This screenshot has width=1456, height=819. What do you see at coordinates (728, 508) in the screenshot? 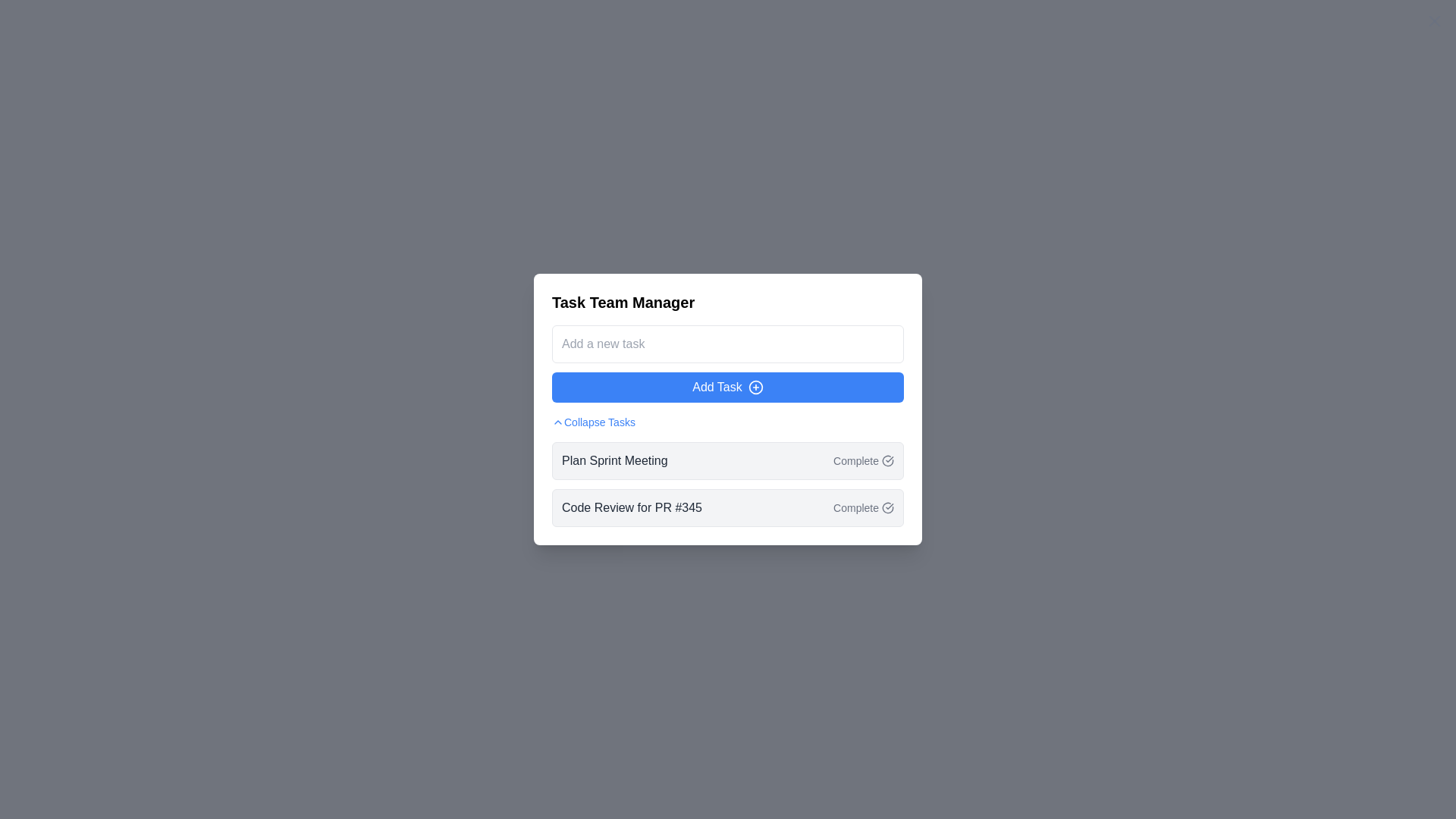
I see `the second task item in the to-do list, which is located directly below the 'Plan Sprint Meeting' task entry` at bounding box center [728, 508].